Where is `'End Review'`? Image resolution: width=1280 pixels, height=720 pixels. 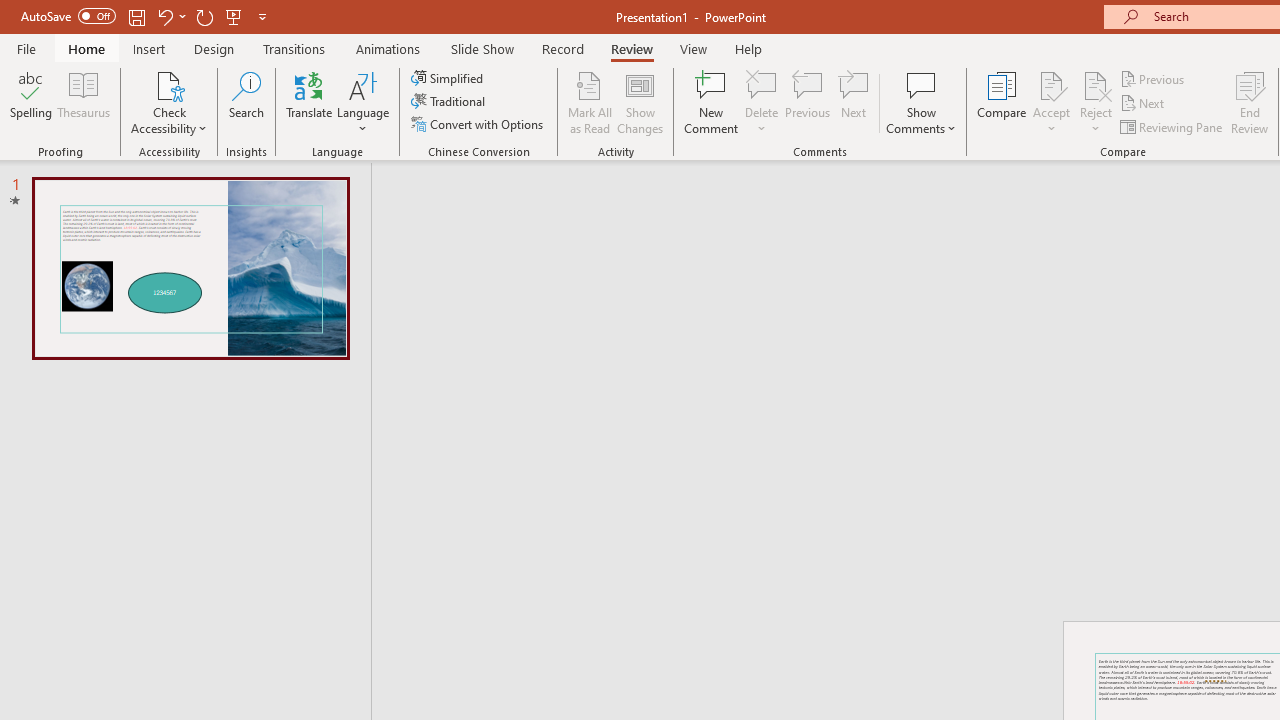
'End Review' is located at coordinates (1248, 103).